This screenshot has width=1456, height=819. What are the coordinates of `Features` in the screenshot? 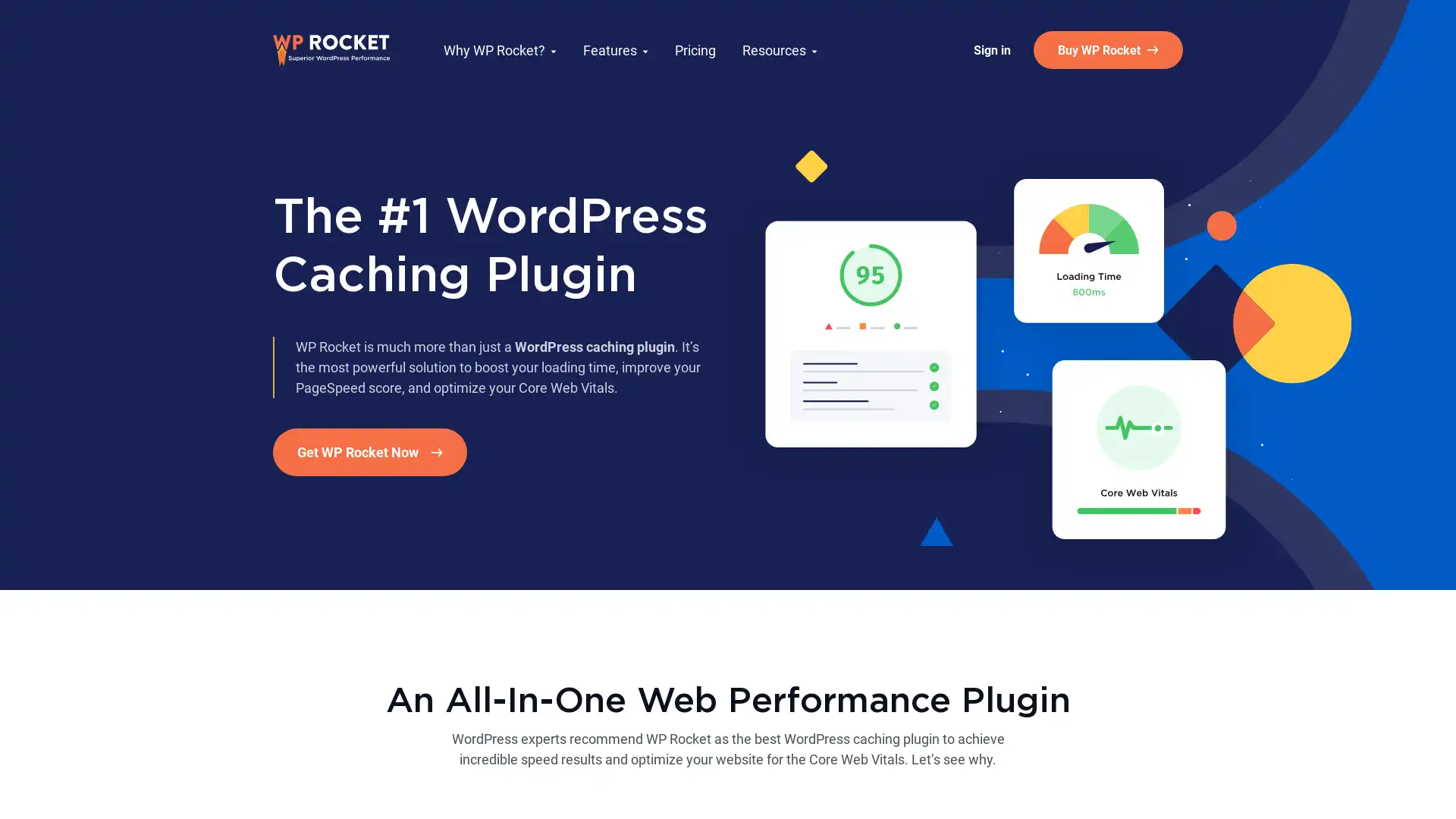 It's located at (615, 49).